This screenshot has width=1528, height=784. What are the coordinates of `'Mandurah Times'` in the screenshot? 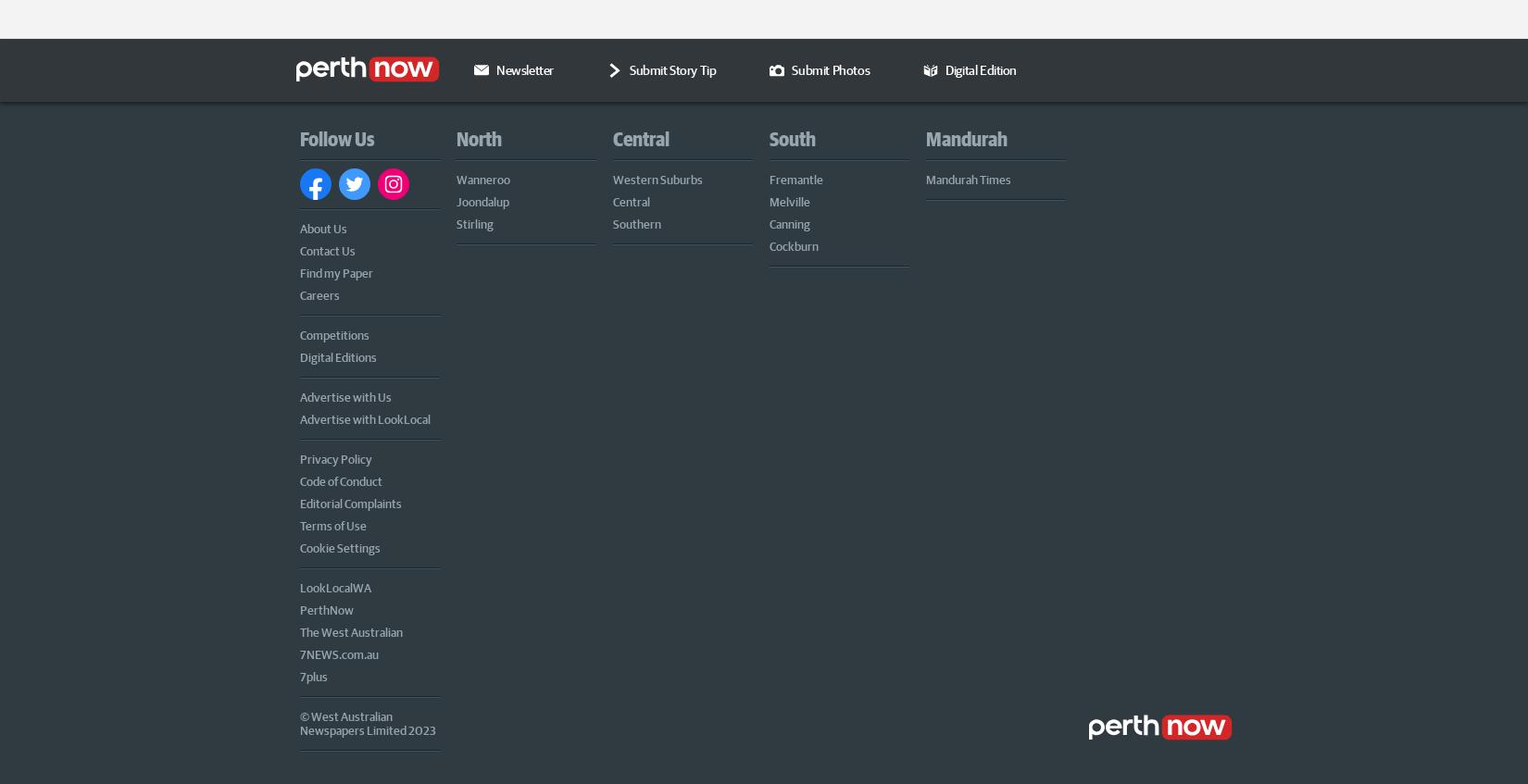 It's located at (967, 177).